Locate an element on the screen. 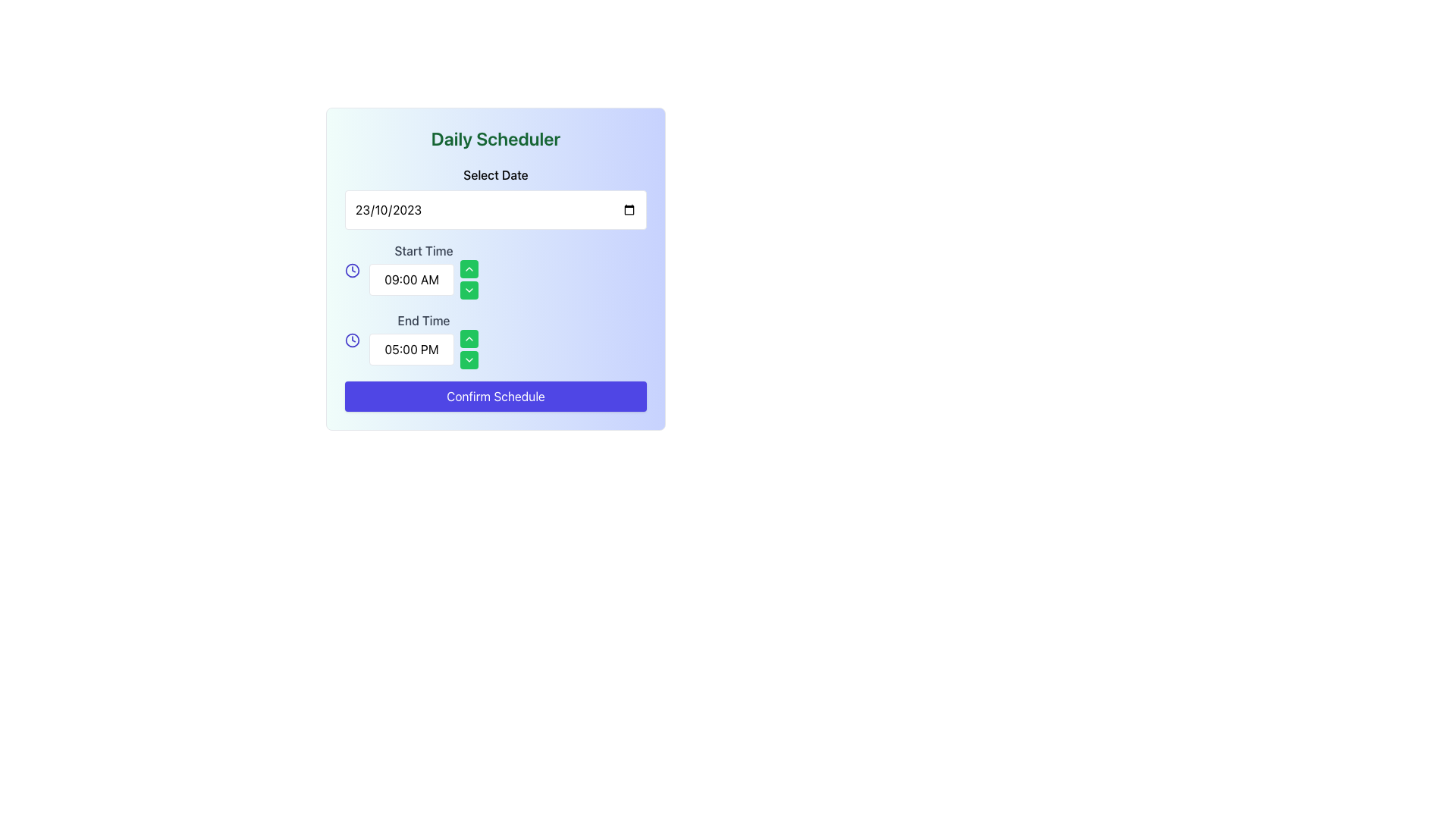  the down button of the Button group to decrement the time in the 'End Time' field located to the right of the field displaying '05:00 PM' in the 'Daily Scheduler' panel is located at coordinates (469, 350).